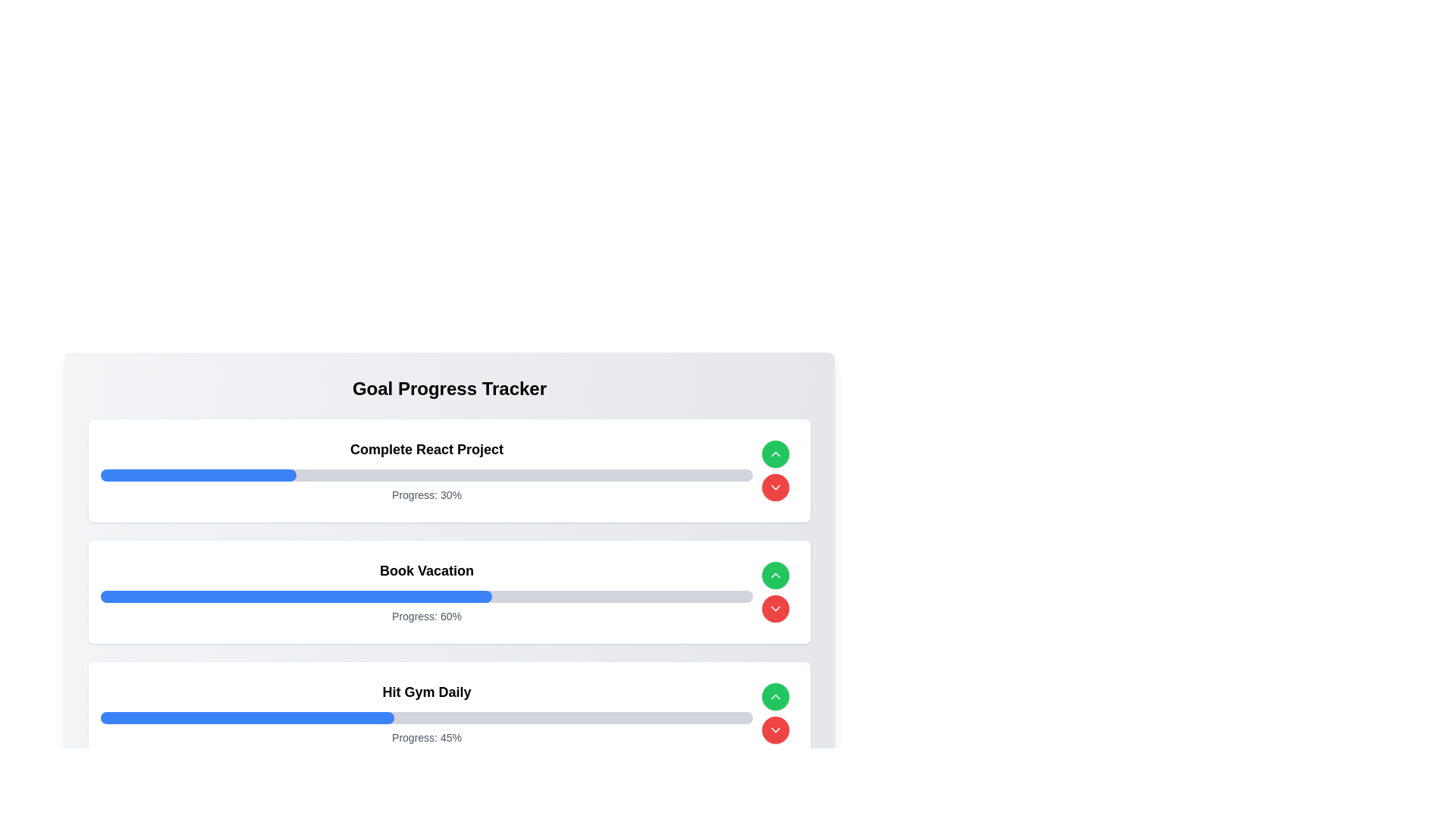  Describe the element at coordinates (425, 692) in the screenshot. I see `the text label displaying 'Hit Gym Daily', which is part of a progress tracker interface` at that location.